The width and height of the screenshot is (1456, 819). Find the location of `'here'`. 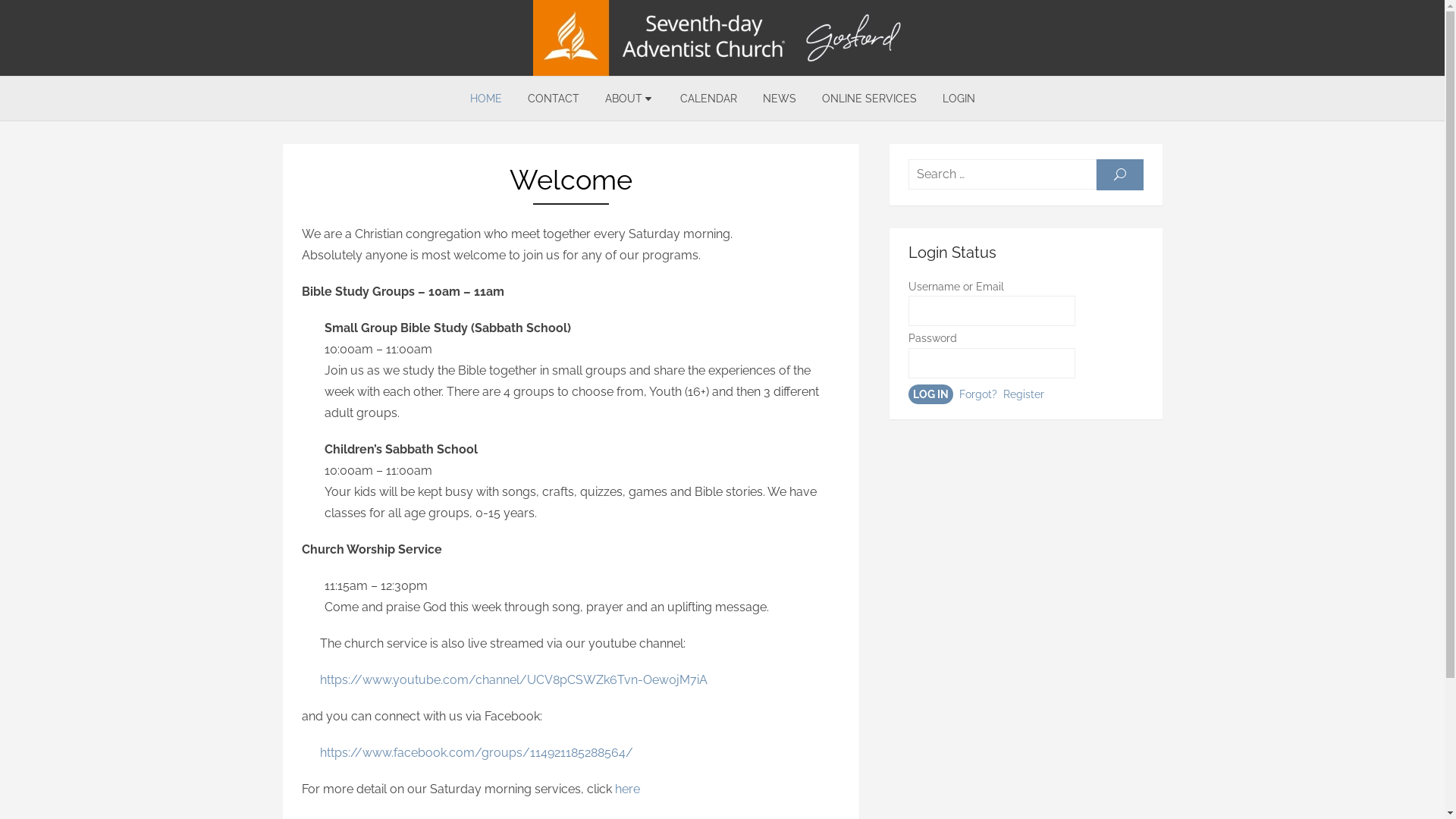

'here' is located at coordinates (626, 788).